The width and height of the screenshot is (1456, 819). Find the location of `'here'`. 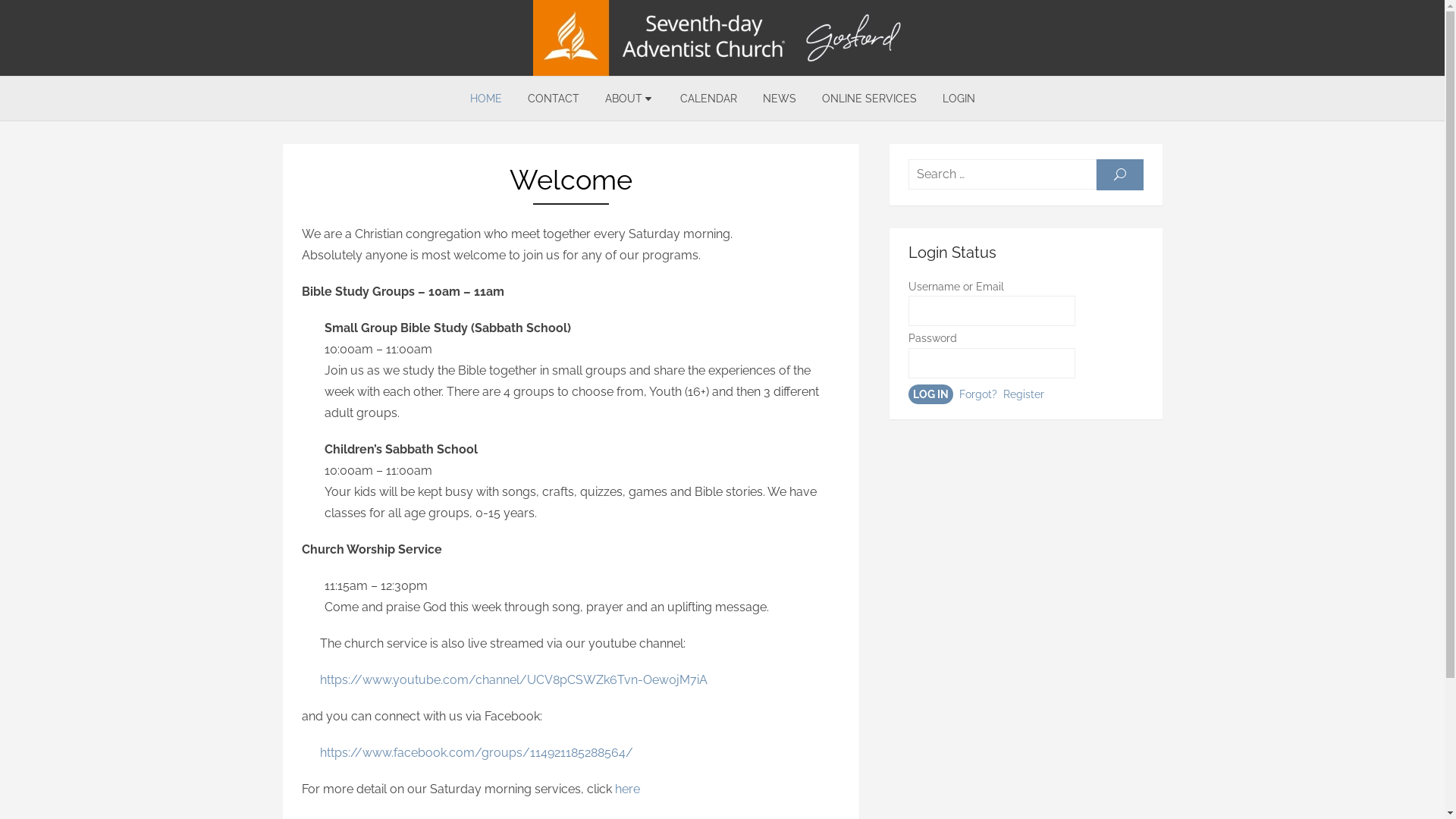

'here' is located at coordinates (626, 788).